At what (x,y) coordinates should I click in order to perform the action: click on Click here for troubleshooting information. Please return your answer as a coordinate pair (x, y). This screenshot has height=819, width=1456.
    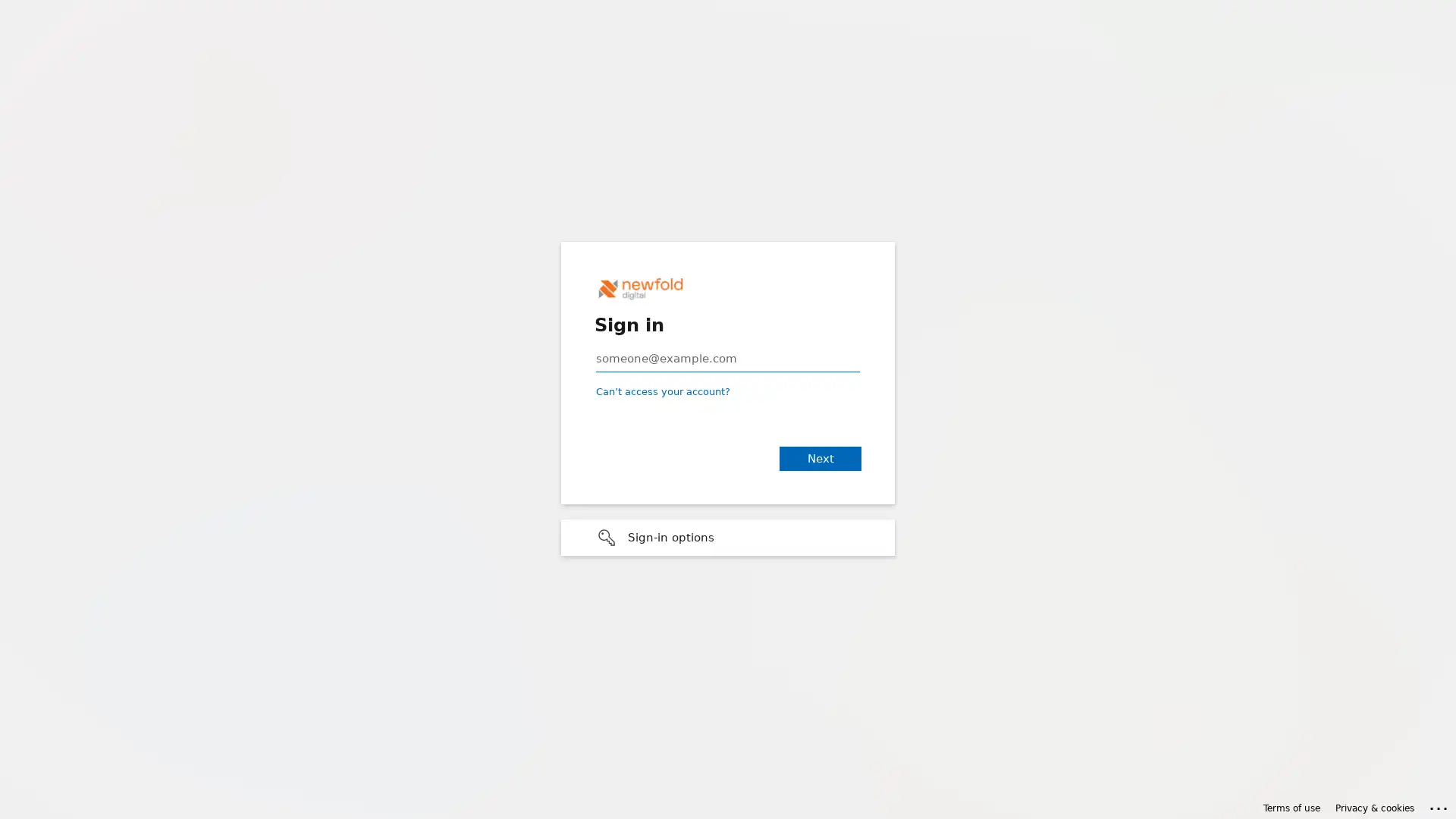
    Looking at the image, I should click on (1439, 805).